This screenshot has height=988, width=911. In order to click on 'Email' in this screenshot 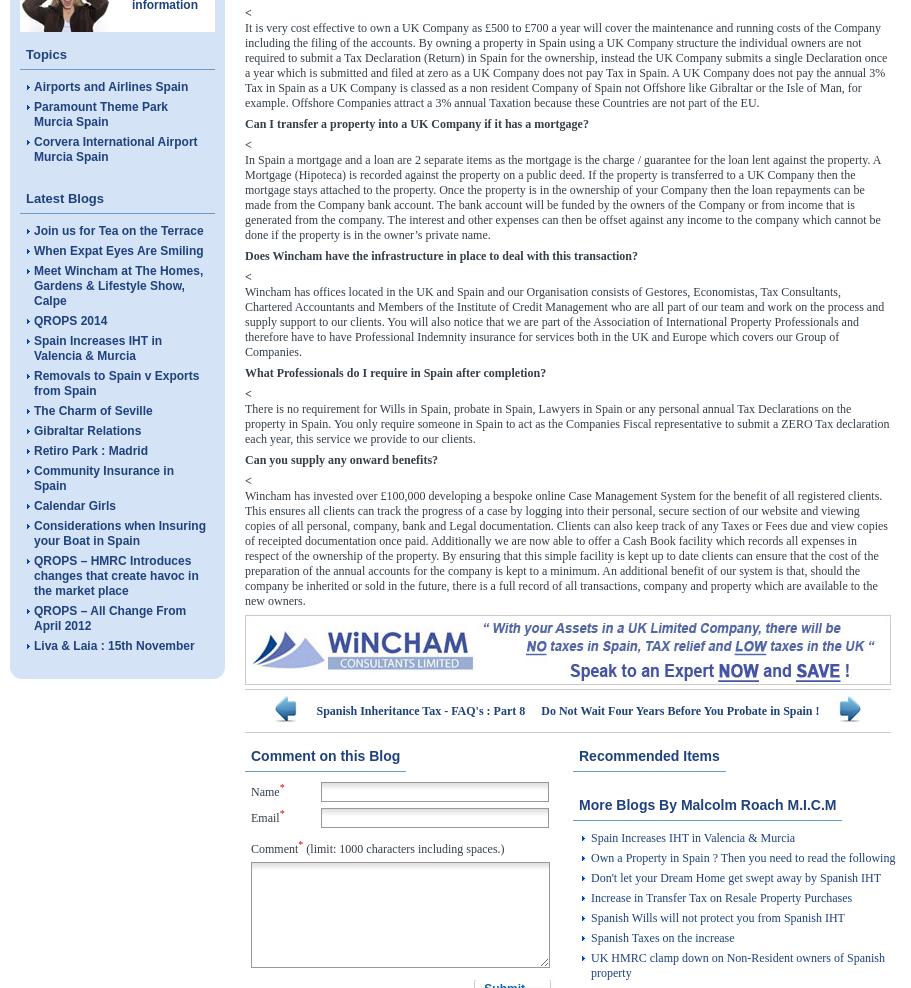, I will do `click(264, 817)`.